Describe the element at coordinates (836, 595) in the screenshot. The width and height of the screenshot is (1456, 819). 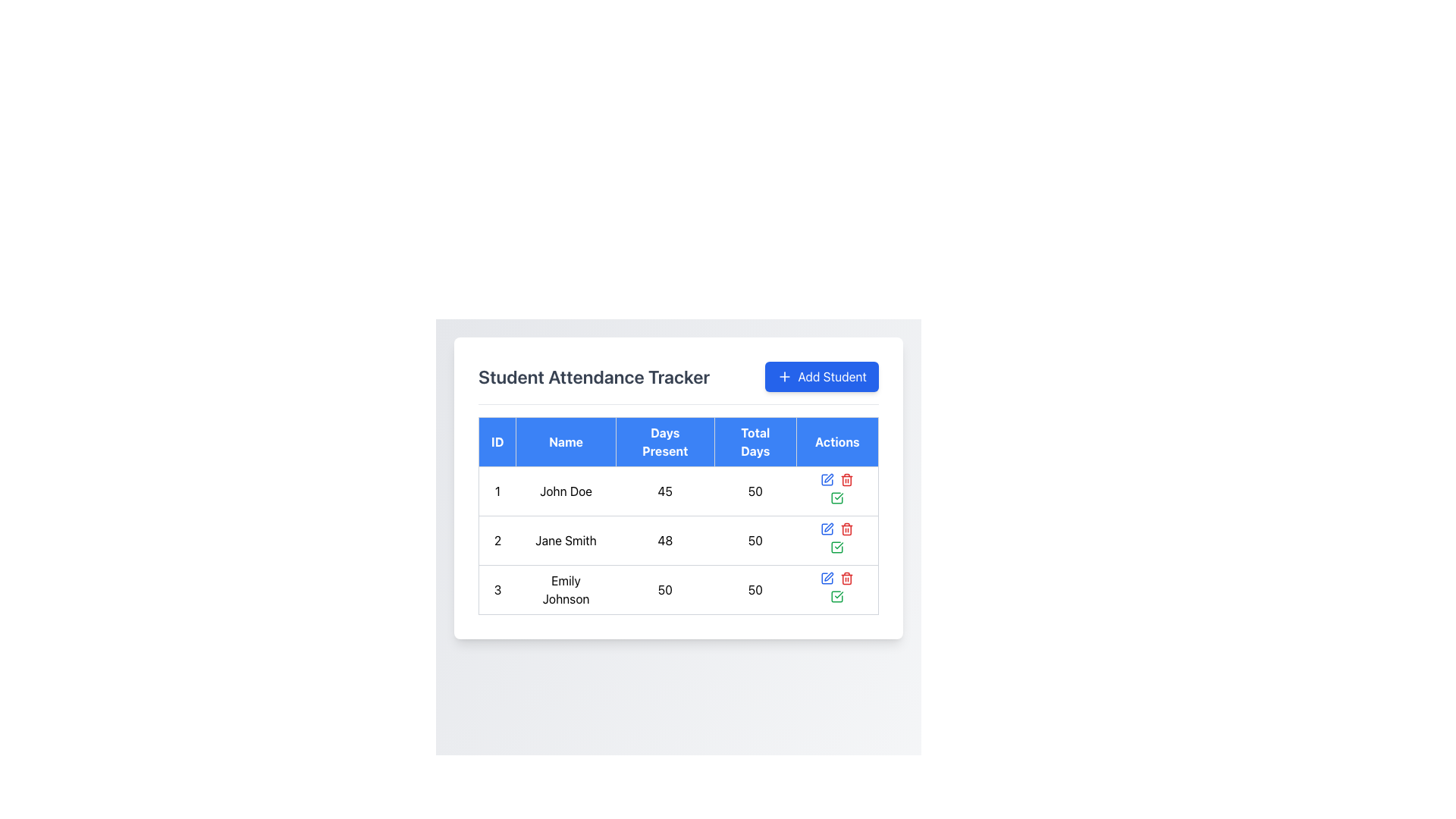
I see `the approval button located in the 'Actions' column of the third row of the table` at that location.